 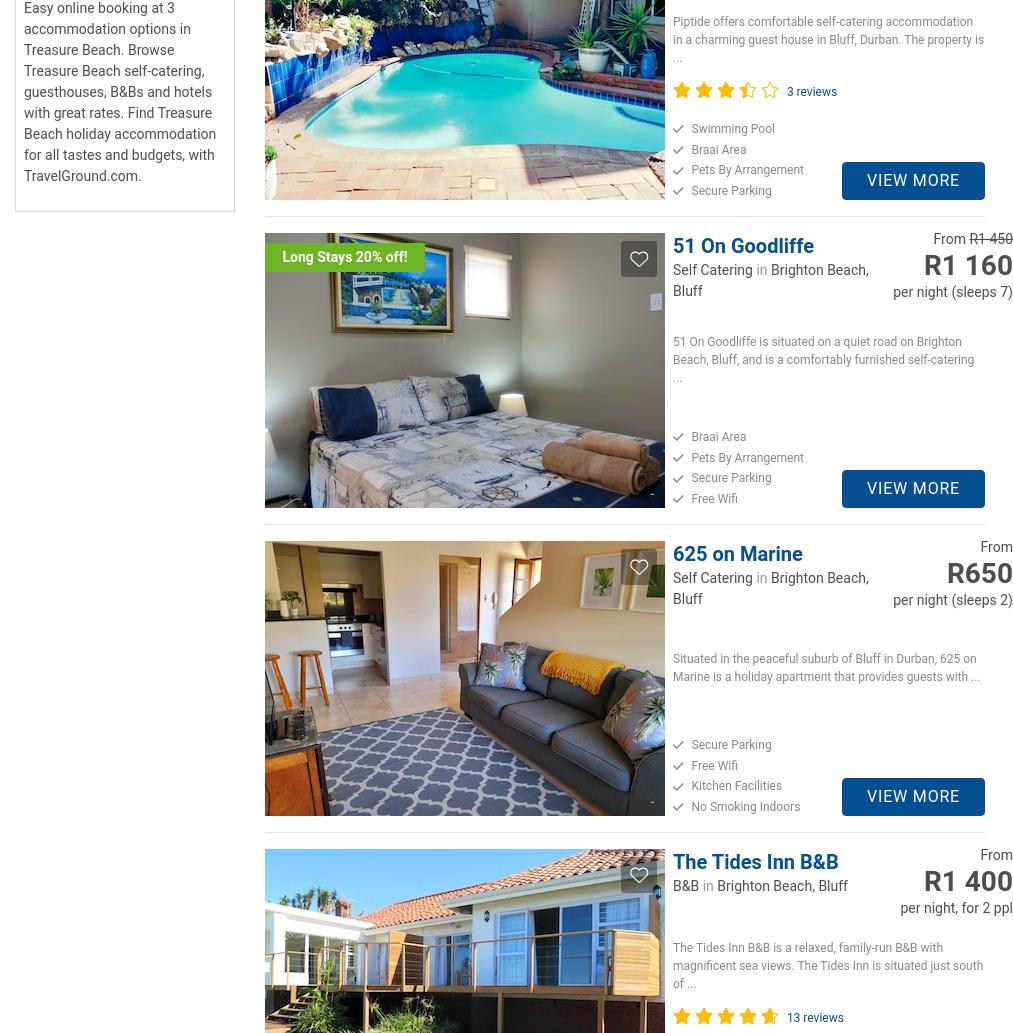 I want to click on 'The Tides Inn B&B is a relaxed, family-run B&B with magnificent sea views. The Tides Inn is situated just south of ...', so click(x=827, y=964).